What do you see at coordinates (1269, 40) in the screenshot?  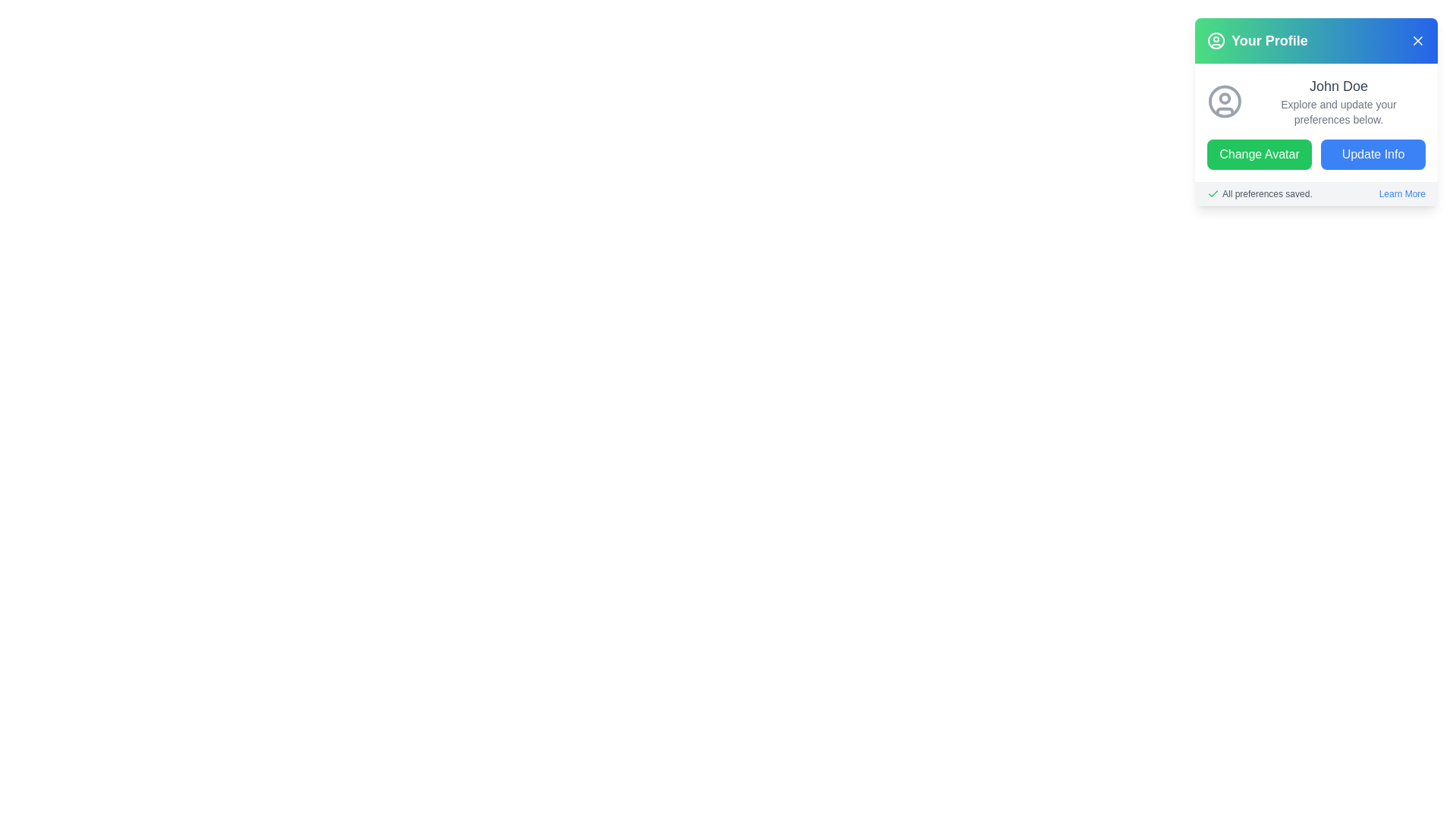 I see `text label displaying 'Your Profile' that is styled with a larger font size and bold weight, located to the right of the profile icon in the top-left corner of the card-like widget` at bounding box center [1269, 40].